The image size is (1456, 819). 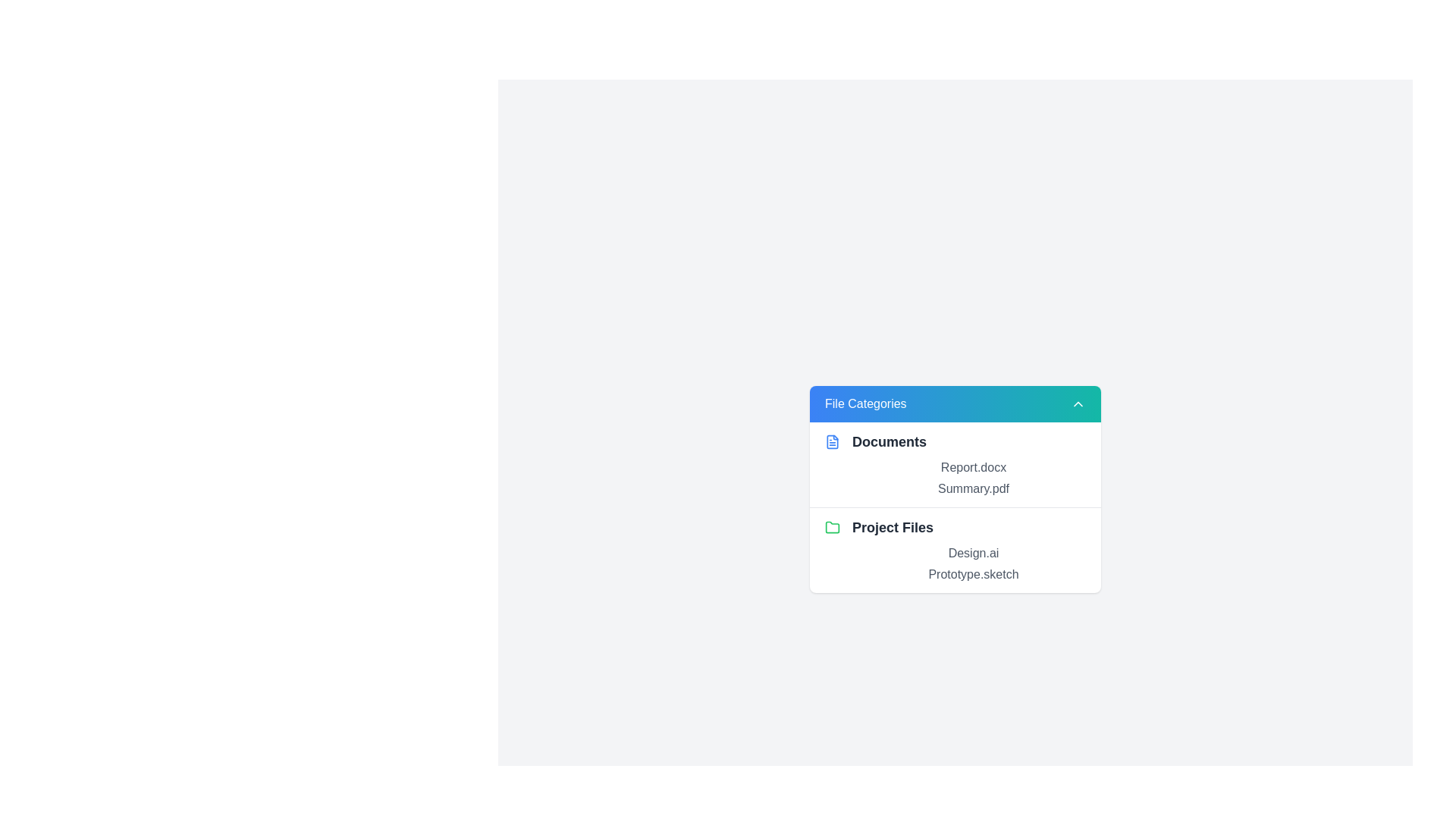 What do you see at coordinates (832, 526) in the screenshot?
I see `folder icon representing project-related files located within the 'Project Files' section of the card interface by opening developer tools` at bounding box center [832, 526].